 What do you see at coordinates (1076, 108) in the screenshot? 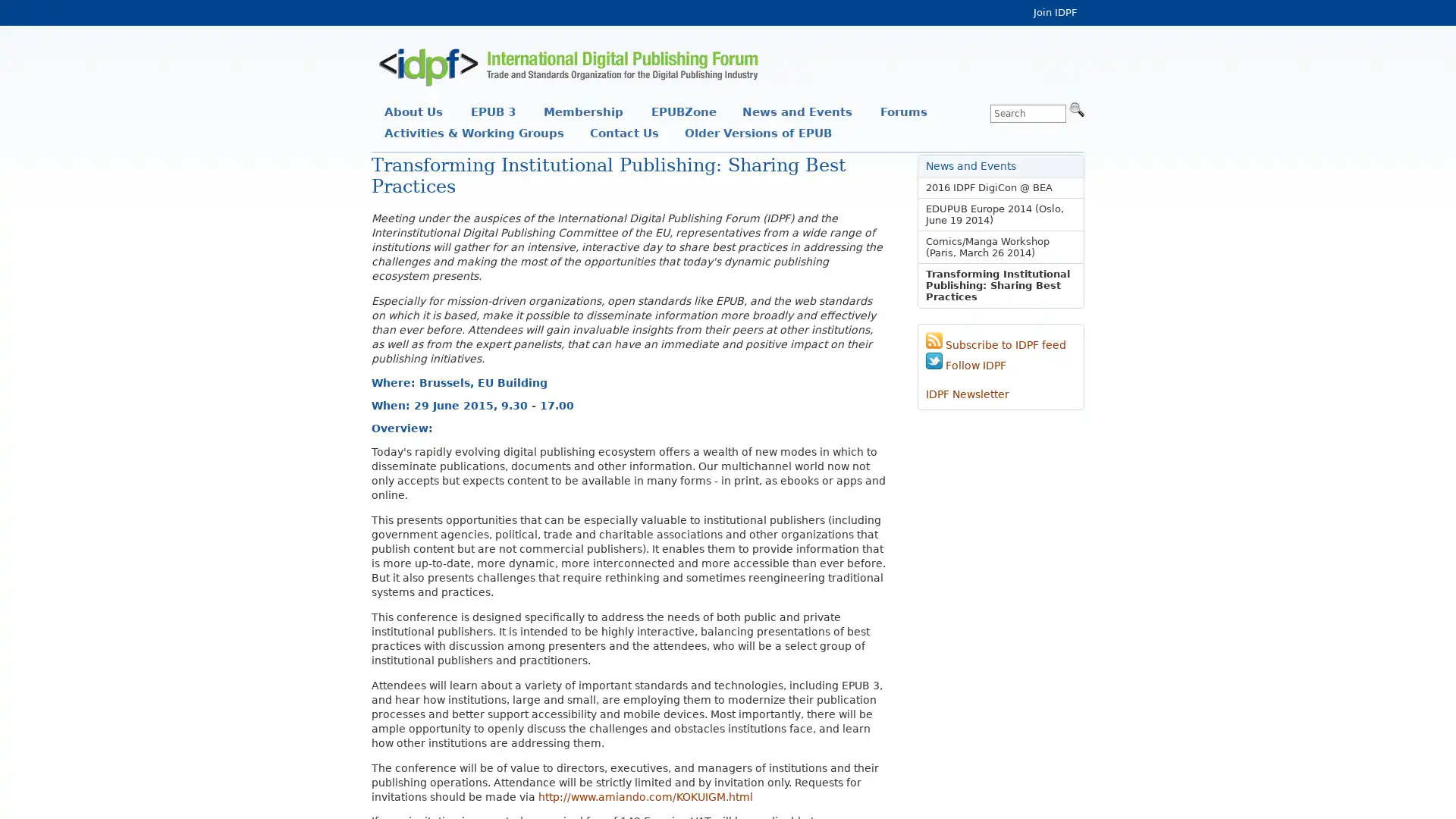
I see `Go` at bounding box center [1076, 108].